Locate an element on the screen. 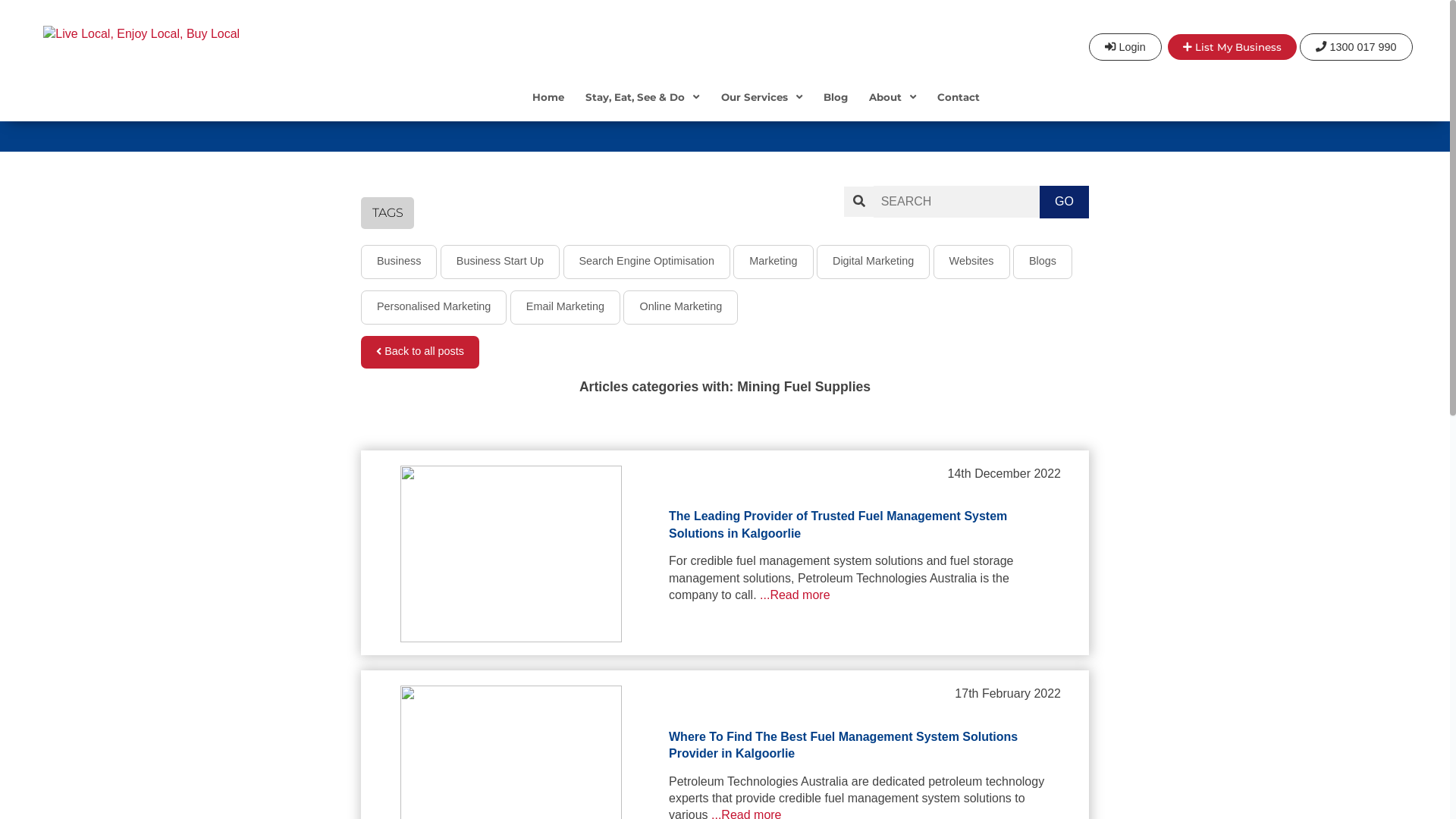  'Stay, Eat, See & Do' is located at coordinates (642, 107).